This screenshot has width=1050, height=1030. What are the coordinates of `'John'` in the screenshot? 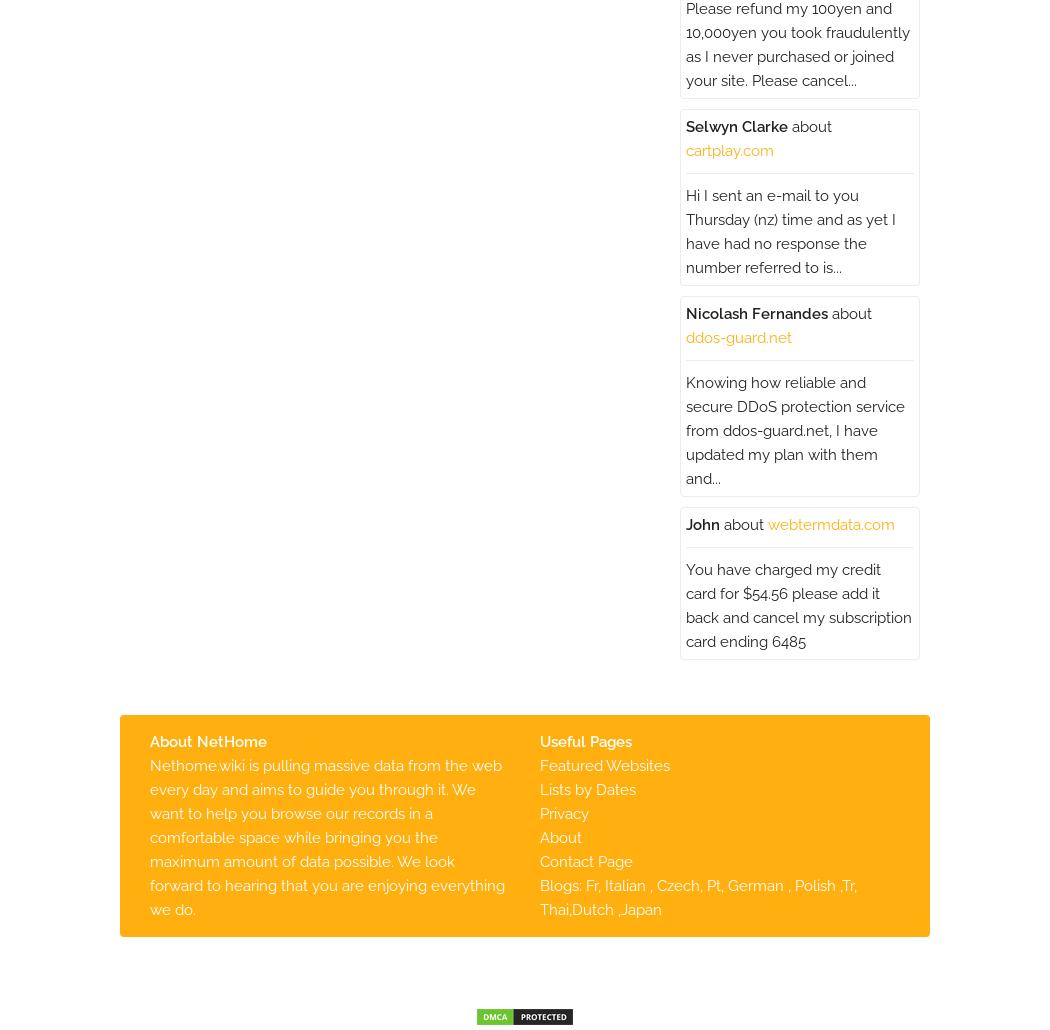 It's located at (704, 523).